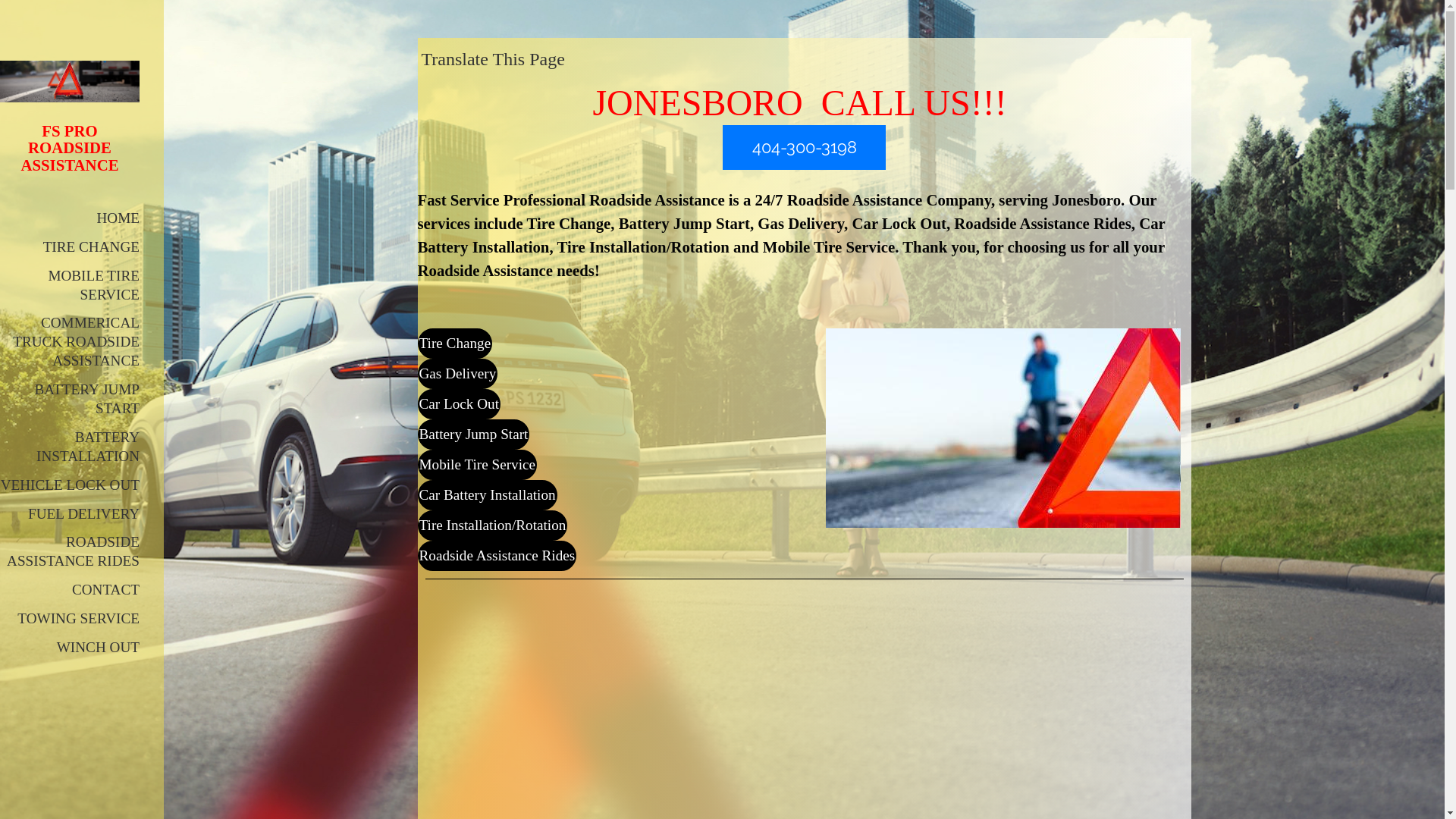  Describe the element at coordinates (97, 647) in the screenshot. I see `'WINCH OUT'` at that location.